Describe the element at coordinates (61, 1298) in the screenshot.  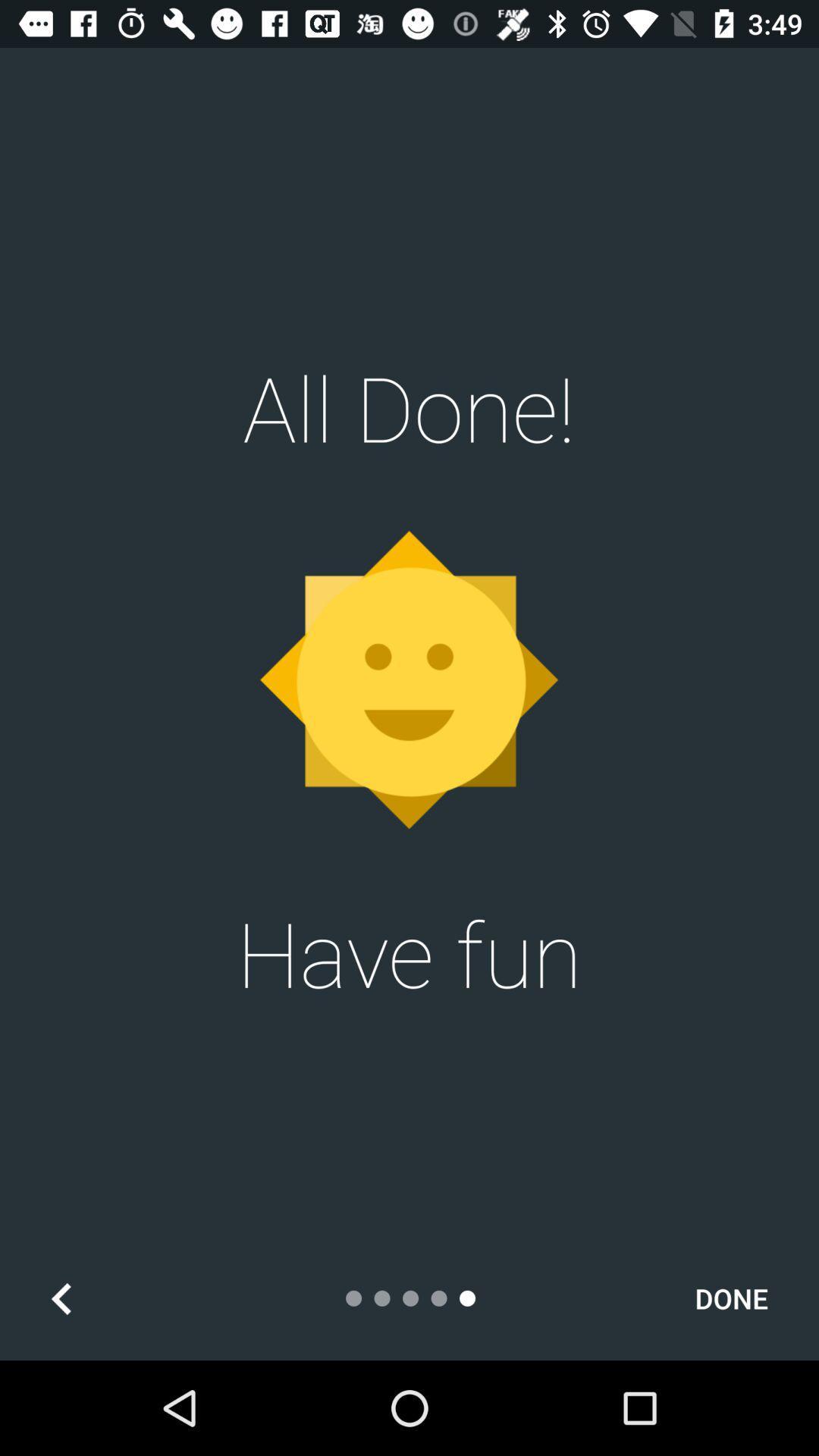
I see `the icon at the bottom left corner` at that location.